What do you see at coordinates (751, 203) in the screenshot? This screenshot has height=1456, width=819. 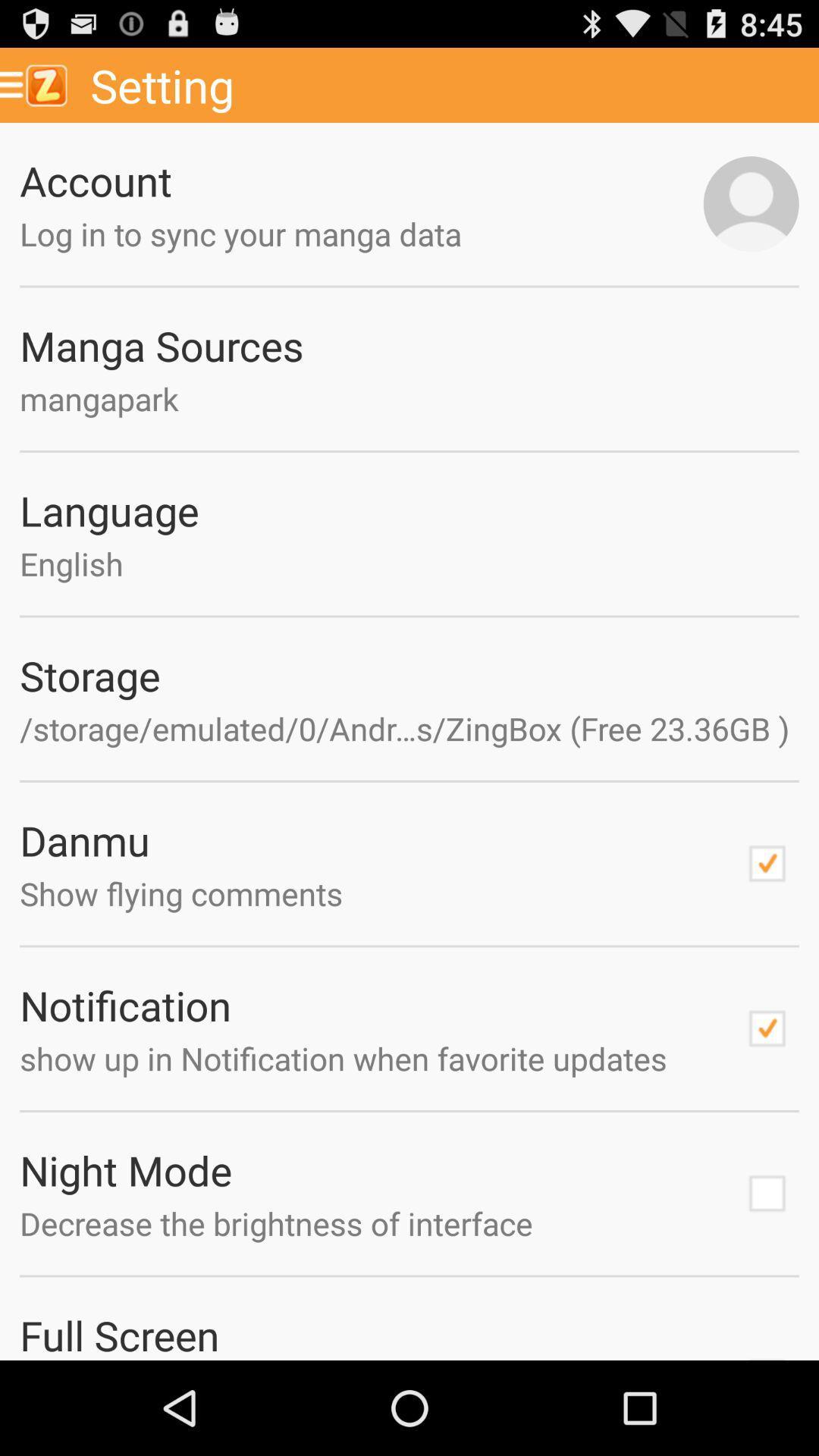 I see `account details` at bounding box center [751, 203].